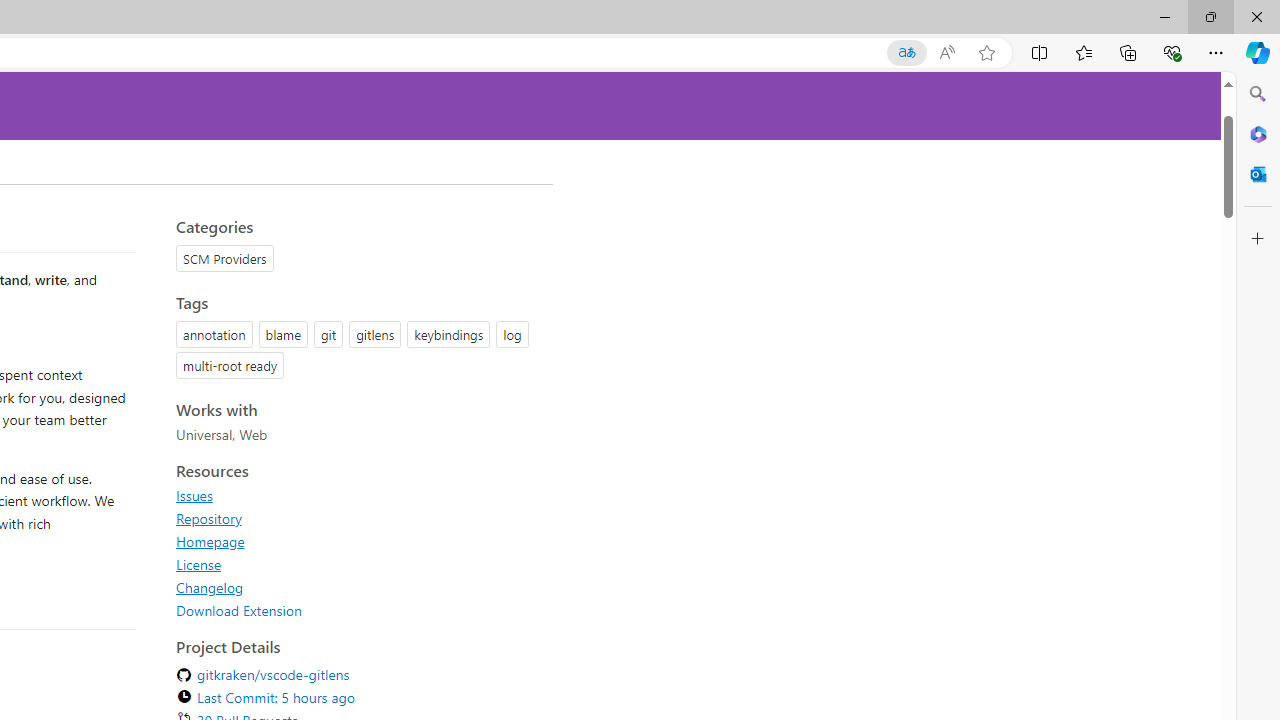 This screenshot has height=720, width=1280. I want to click on 'Settings and more (Alt+F)', so click(1215, 51).